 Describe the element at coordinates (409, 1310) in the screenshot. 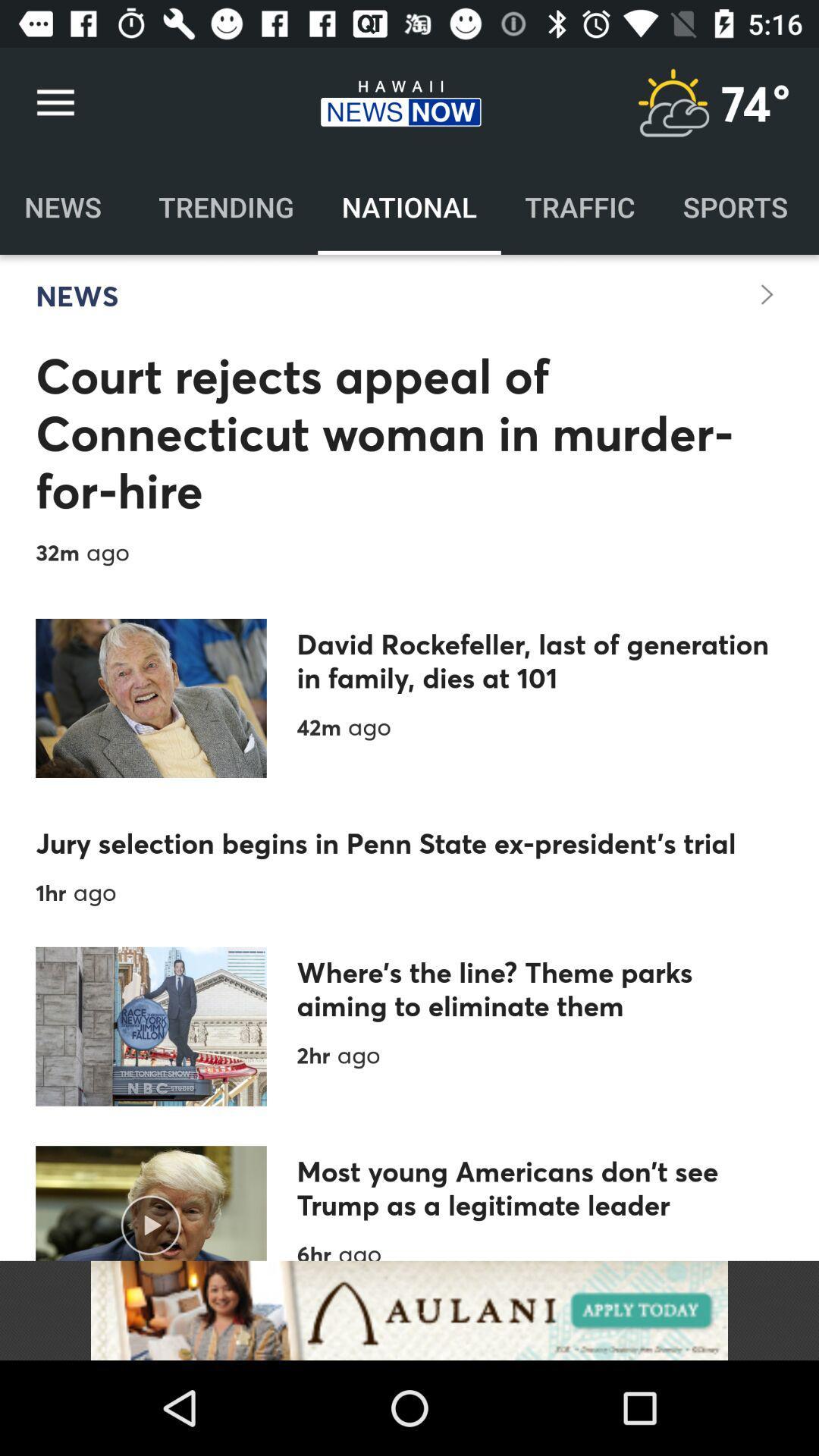

I see `aulani advertisement` at that location.